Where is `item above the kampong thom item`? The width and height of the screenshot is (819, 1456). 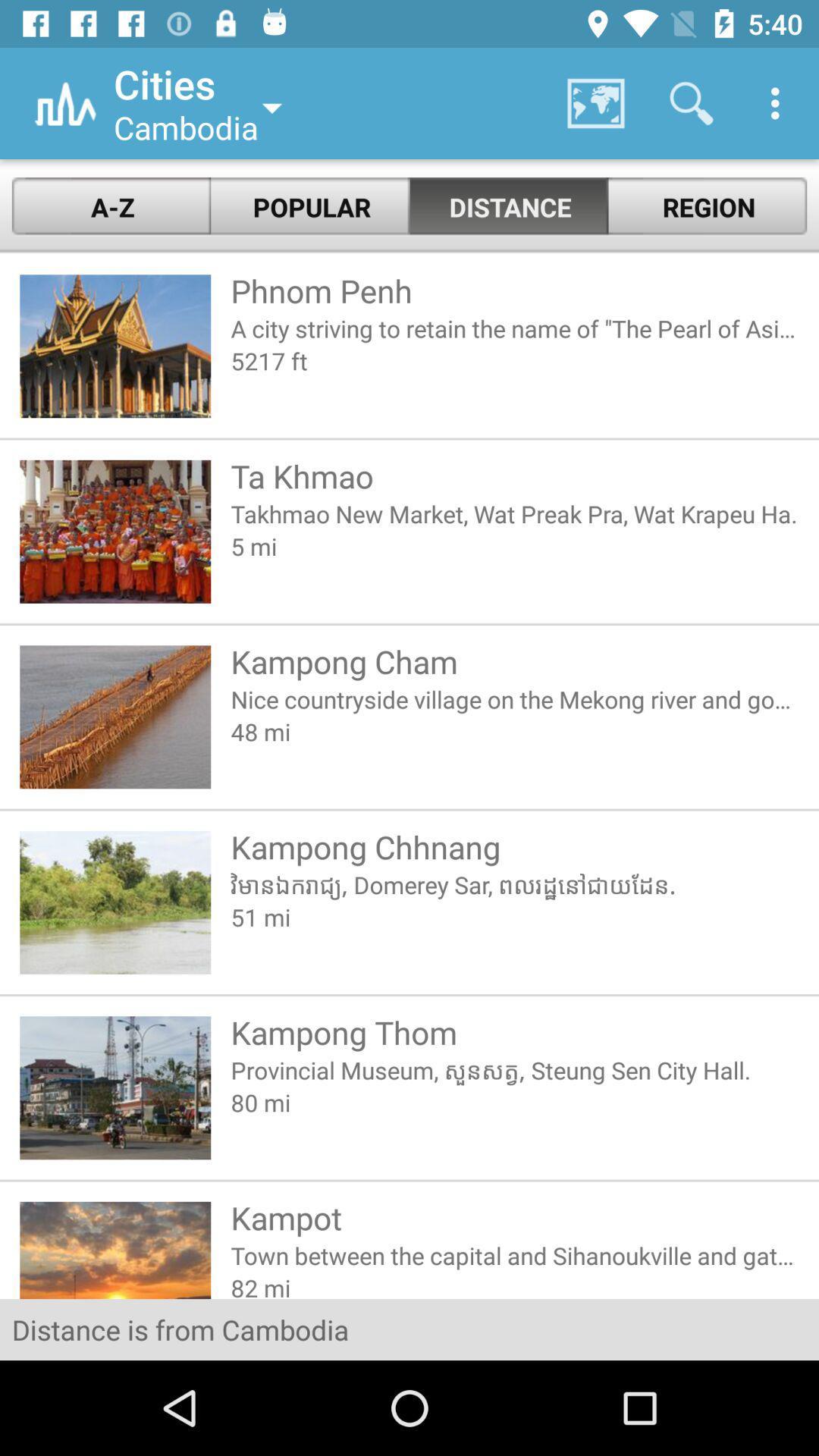
item above the kampong thom item is located at coordinates (514, 916).